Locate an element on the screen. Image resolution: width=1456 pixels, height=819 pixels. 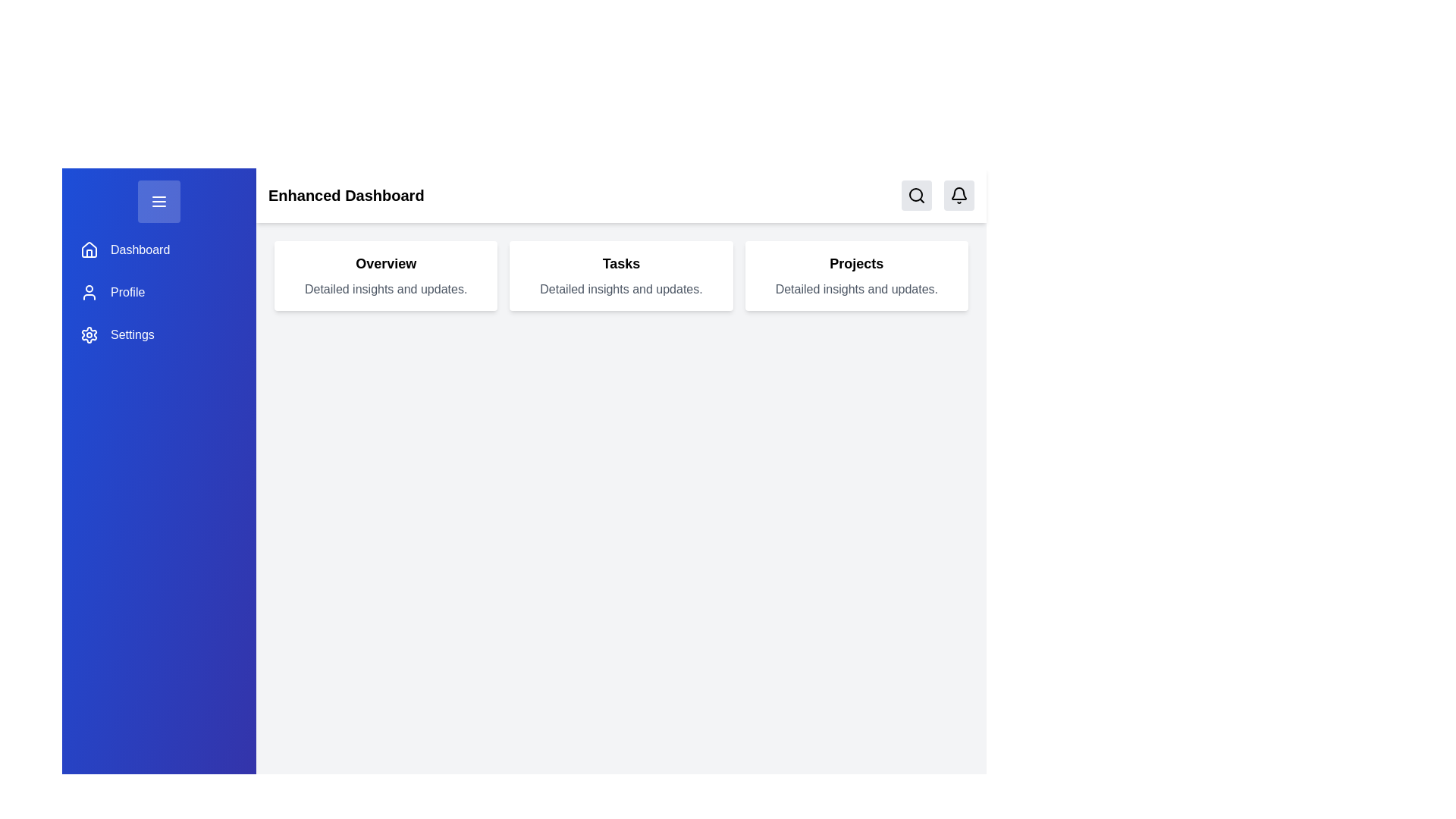
the notification button, which is a rounded rectangular button with a gray background and a notification bell icon located at the top right corner of the main interface is located at coordinates (959, 195).